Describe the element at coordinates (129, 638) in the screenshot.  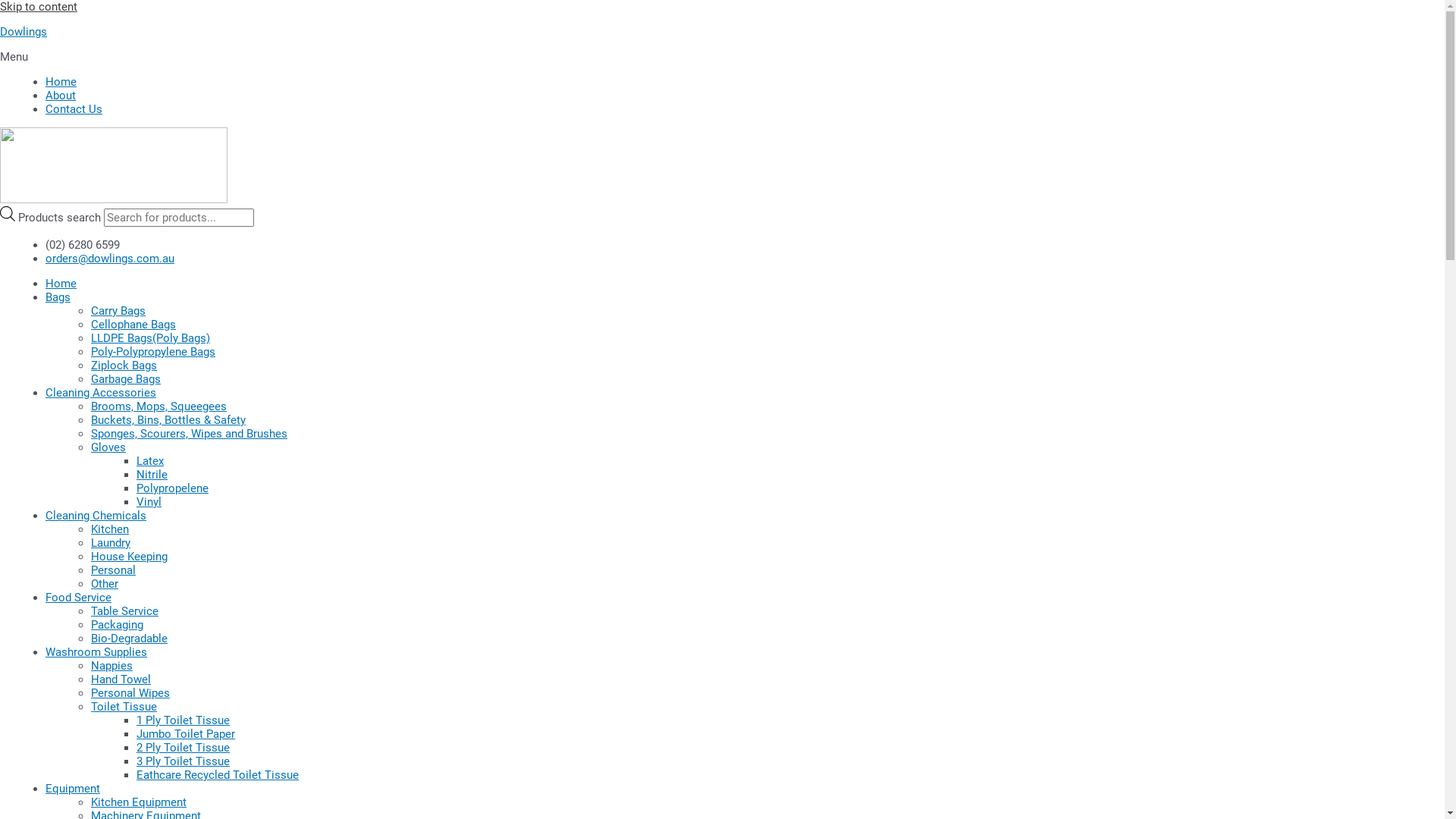
I see `'Bio-Degradable'` at that location.